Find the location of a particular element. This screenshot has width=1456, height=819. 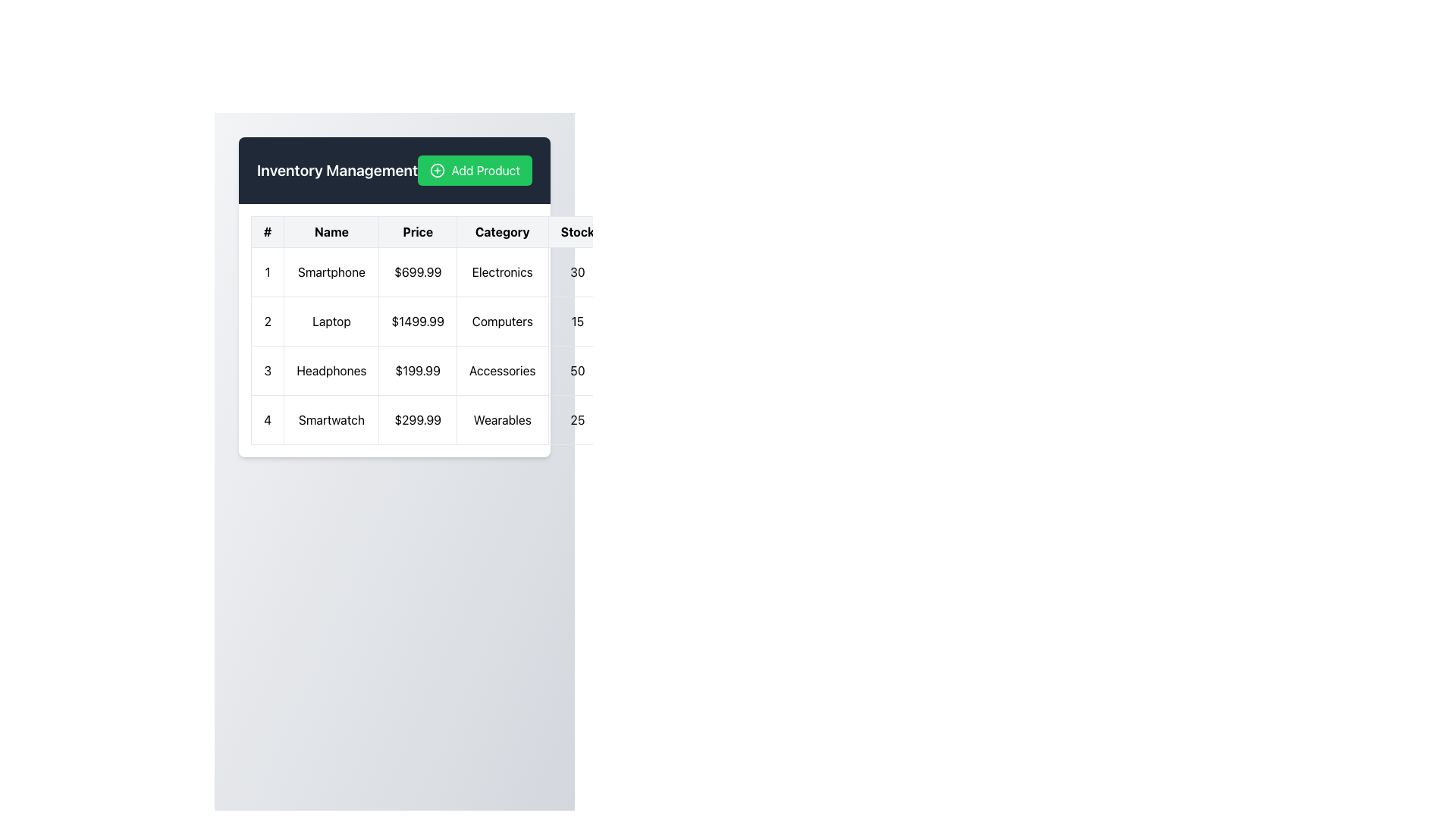

the 'Accessories' text label in the third row of the 'Category' column is located at coordinates (502, 371).